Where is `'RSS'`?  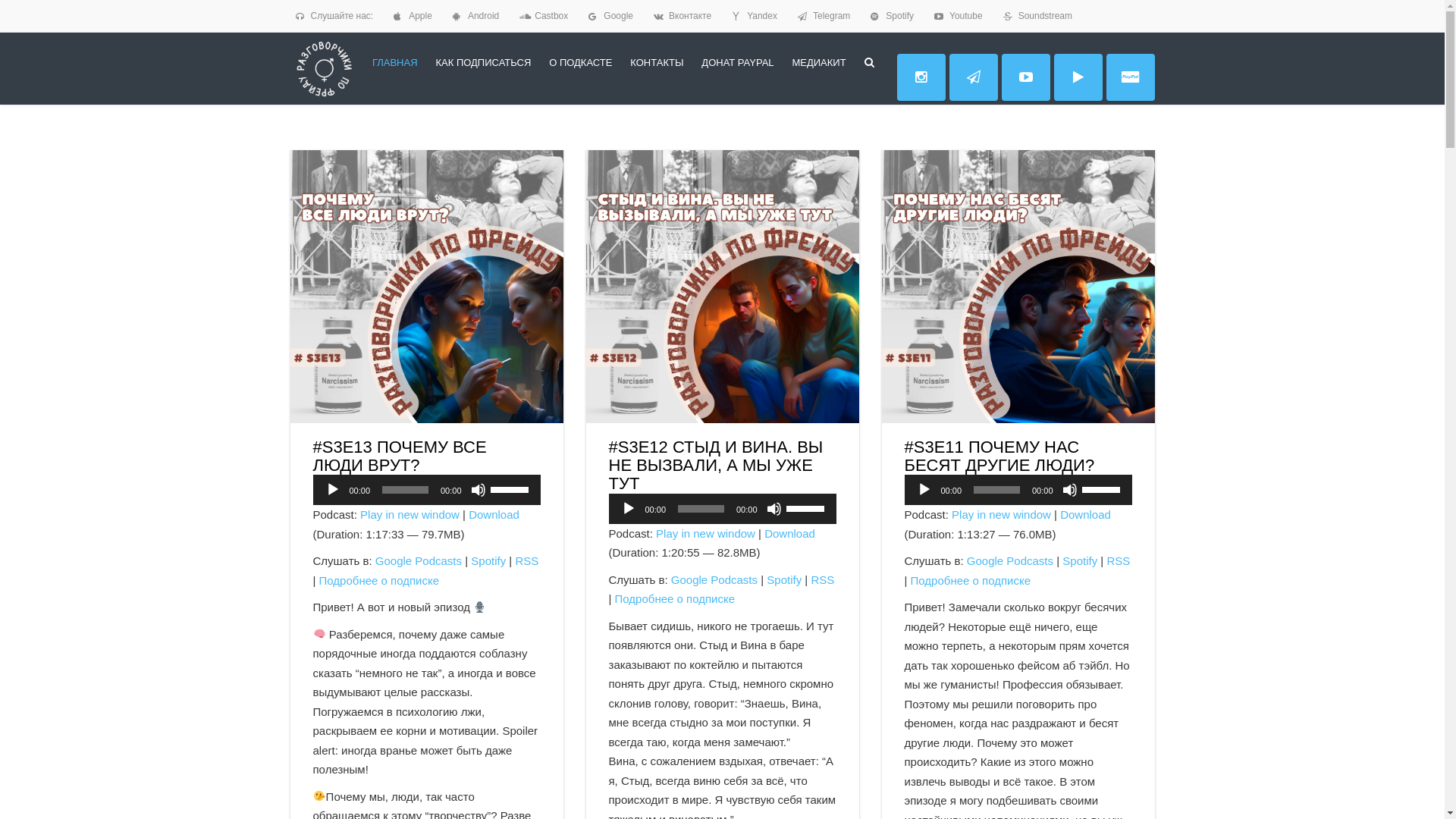
'RSS' is located at coordinates (514, 560).